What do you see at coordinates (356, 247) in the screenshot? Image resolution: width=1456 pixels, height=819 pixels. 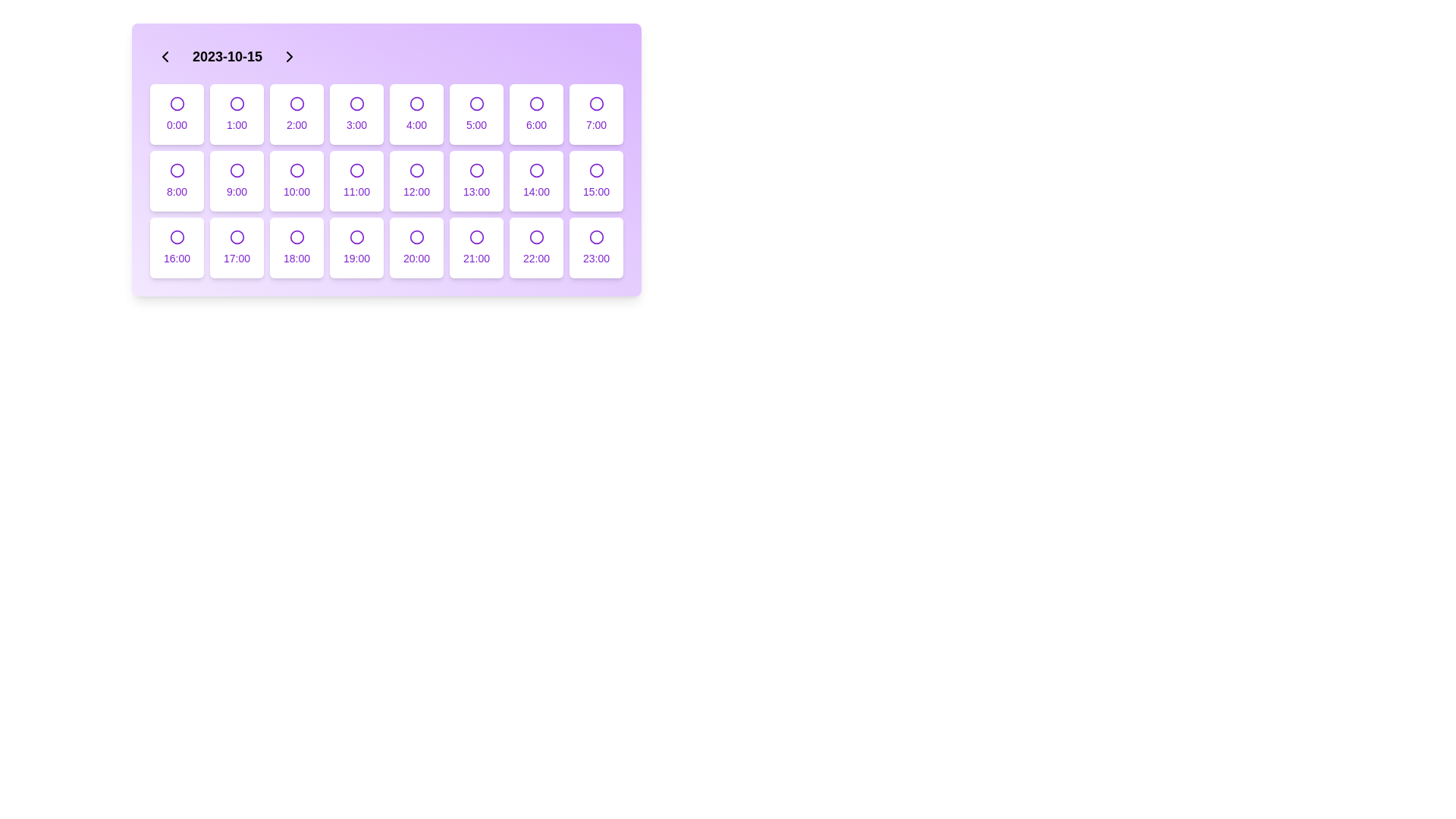 I see `the button displaying '19:00'` at bounding box center [356, 247].